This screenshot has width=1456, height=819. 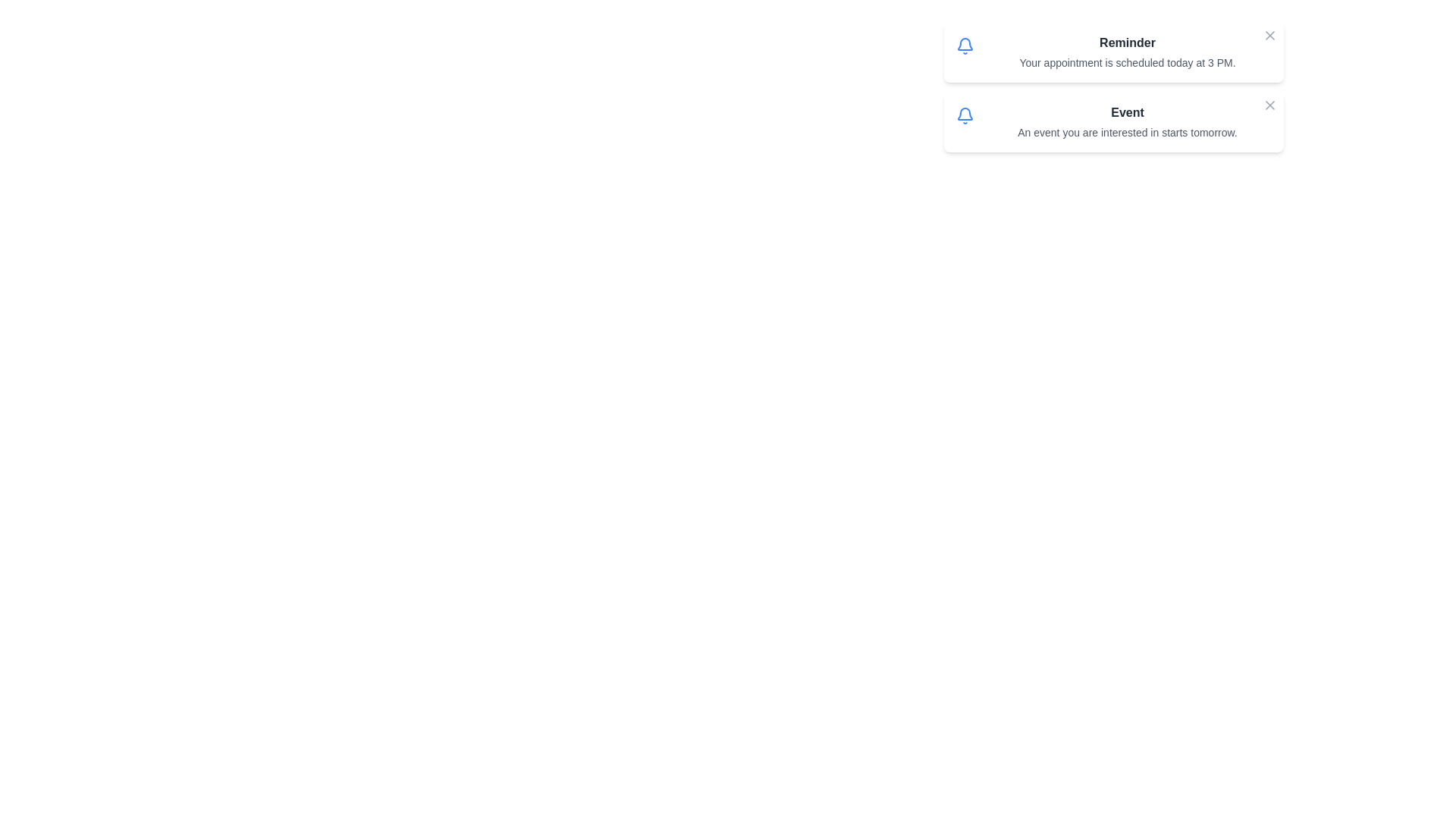 What do you see at coordinates (1128, 42) in the screenshot?
I see `text label displaying 'Reminder' which is a bold dark gray font located at the top of the notification card` at bounding box center [1128, 42].